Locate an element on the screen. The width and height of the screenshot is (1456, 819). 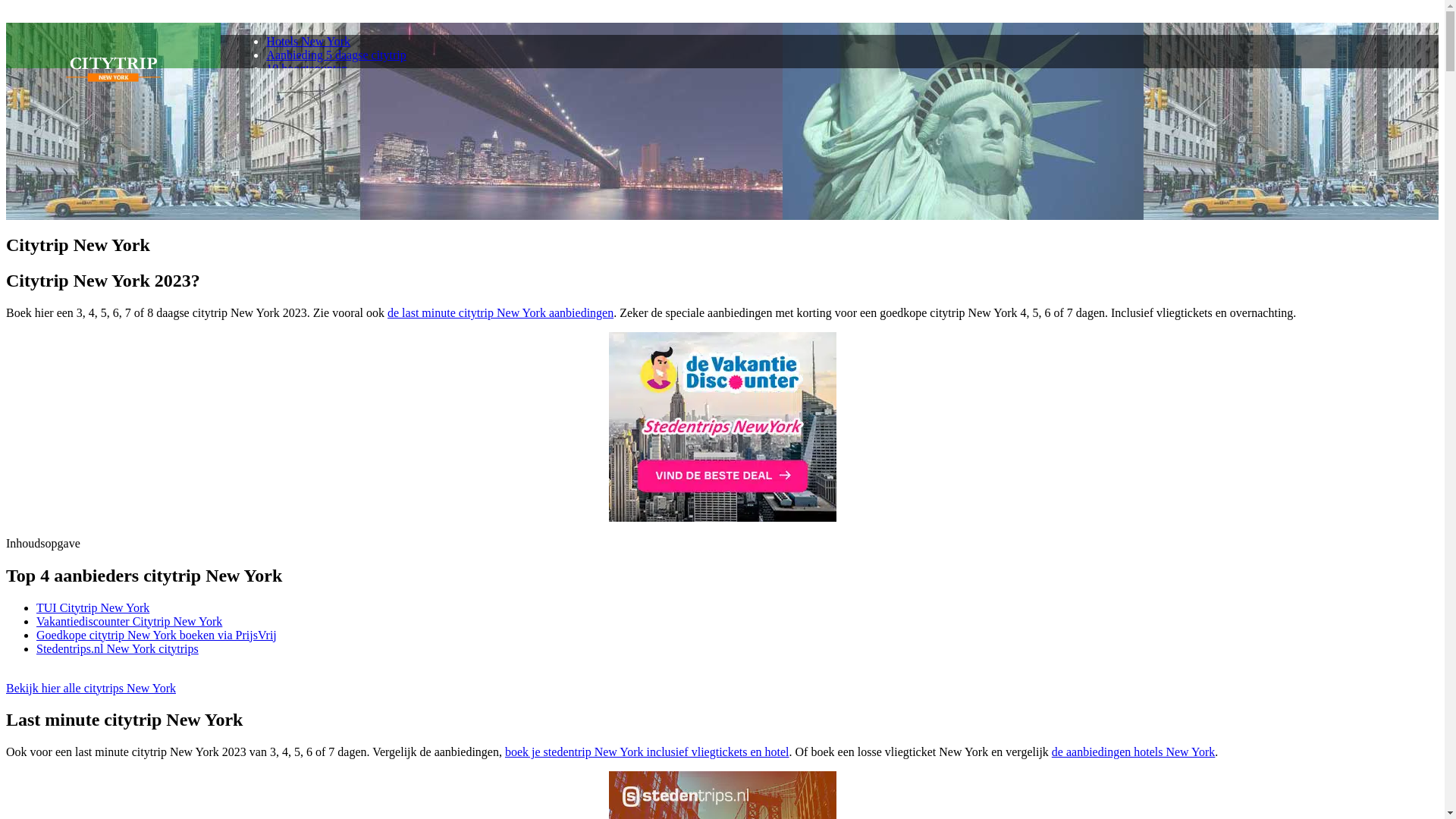
'10 hoogtepunten' is located at coordinates (265, 68).